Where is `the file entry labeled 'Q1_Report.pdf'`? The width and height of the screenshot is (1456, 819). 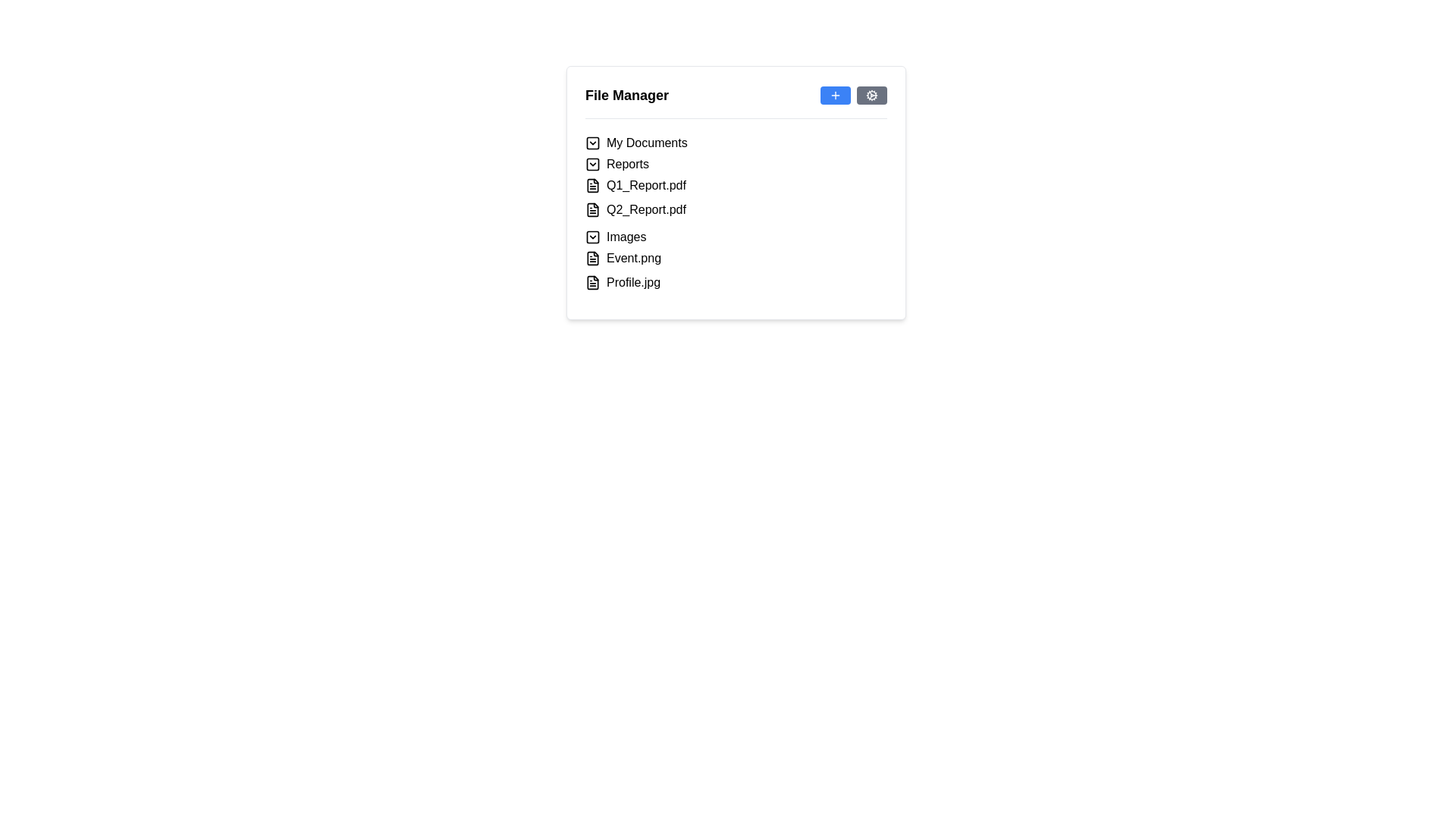
the file entry labeled 'Q1_Report.pdf' is located at coordinates (736, 185).